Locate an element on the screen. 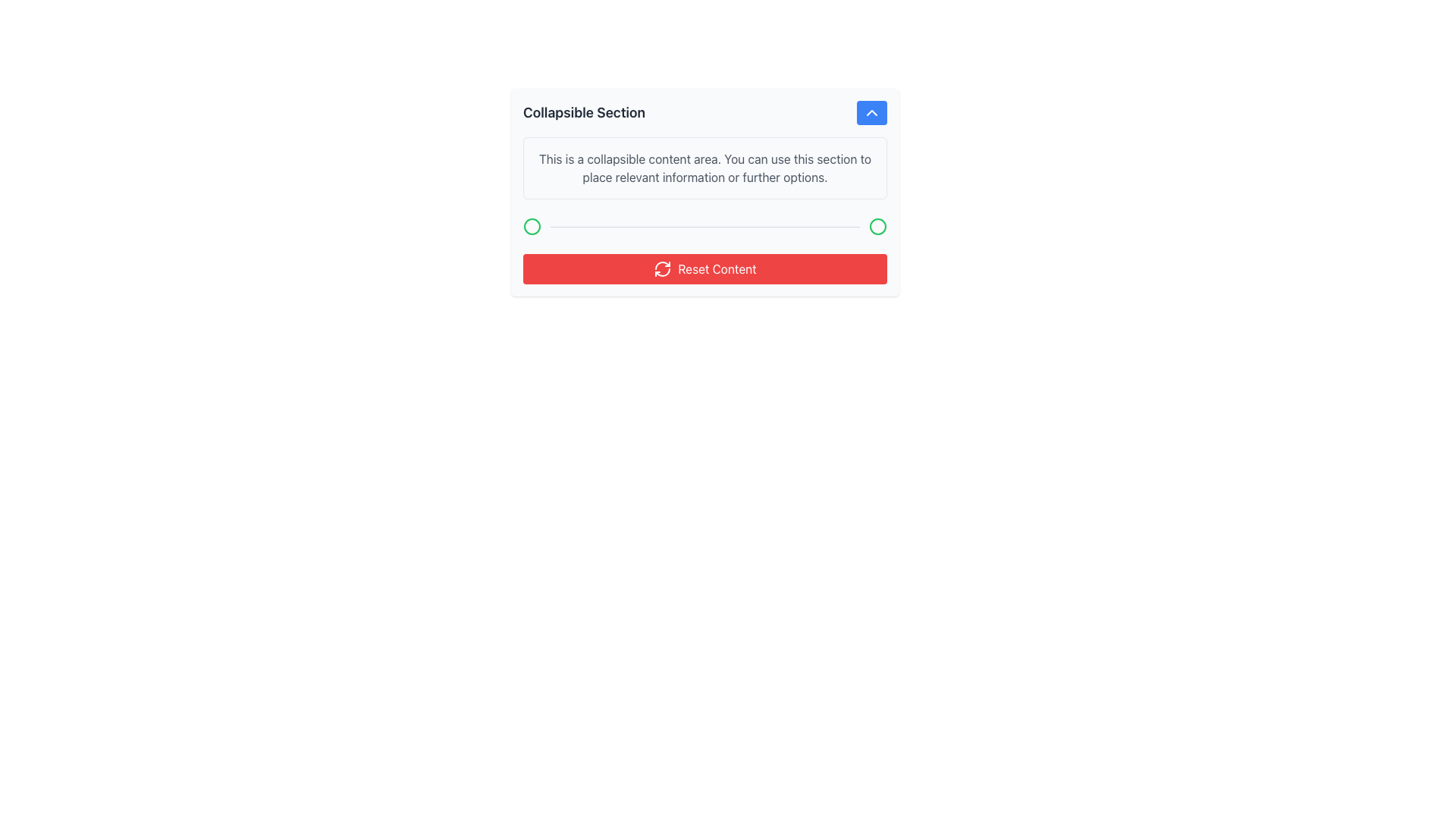 The image size is (1456, 819). the 'Reset Content' button with a rich red background and white text is located at coordinates (704, 268).